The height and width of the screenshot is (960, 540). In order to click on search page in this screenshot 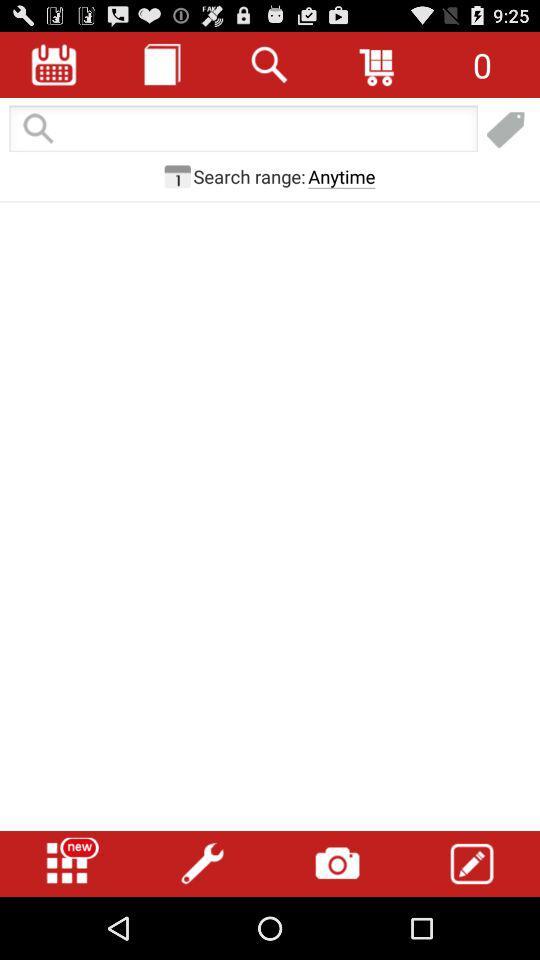, I will do `click(243, 129)`.